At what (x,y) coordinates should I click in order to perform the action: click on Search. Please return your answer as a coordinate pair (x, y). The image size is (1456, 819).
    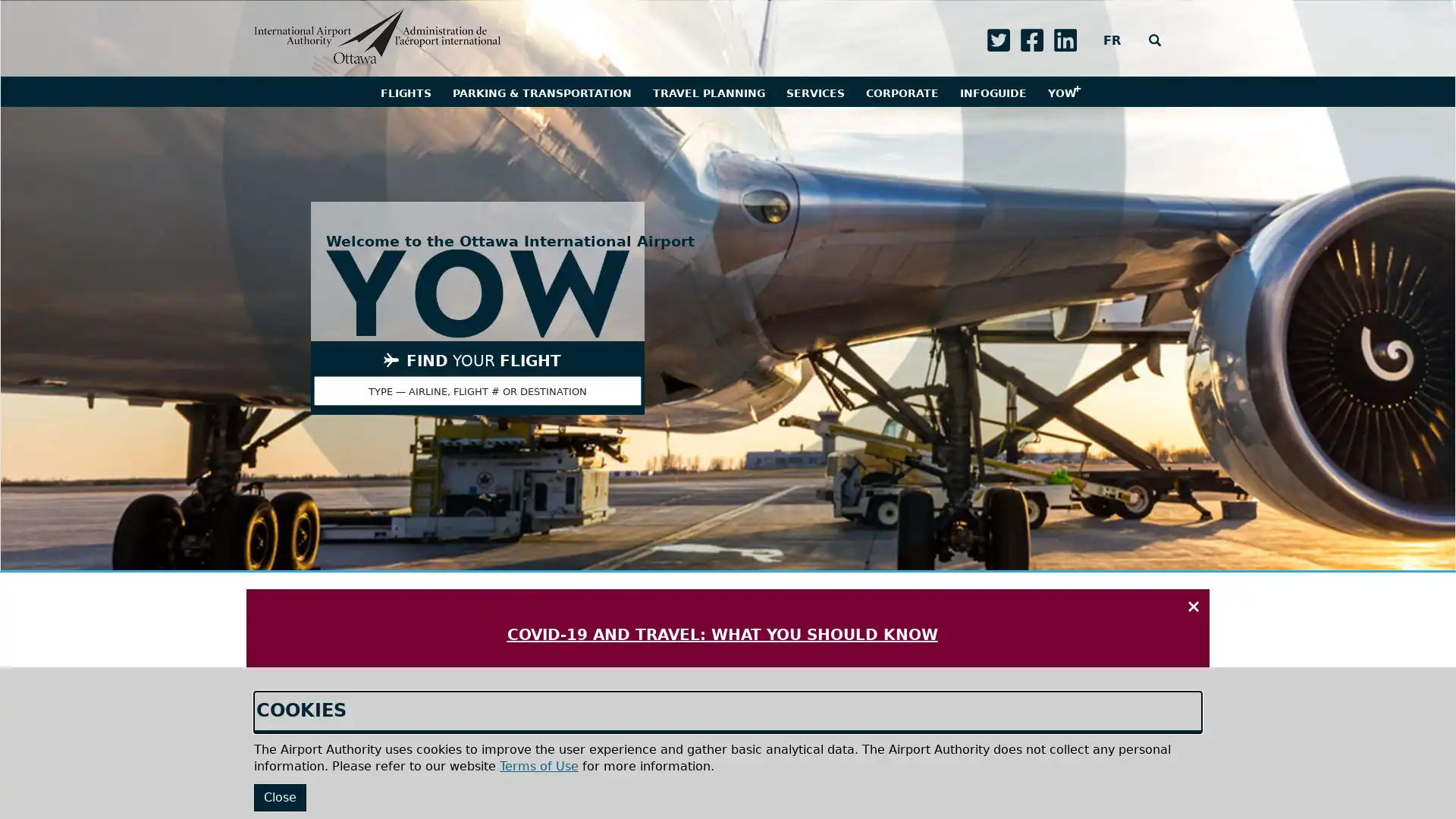
    Looking at the image, I should click on (1153, 40).